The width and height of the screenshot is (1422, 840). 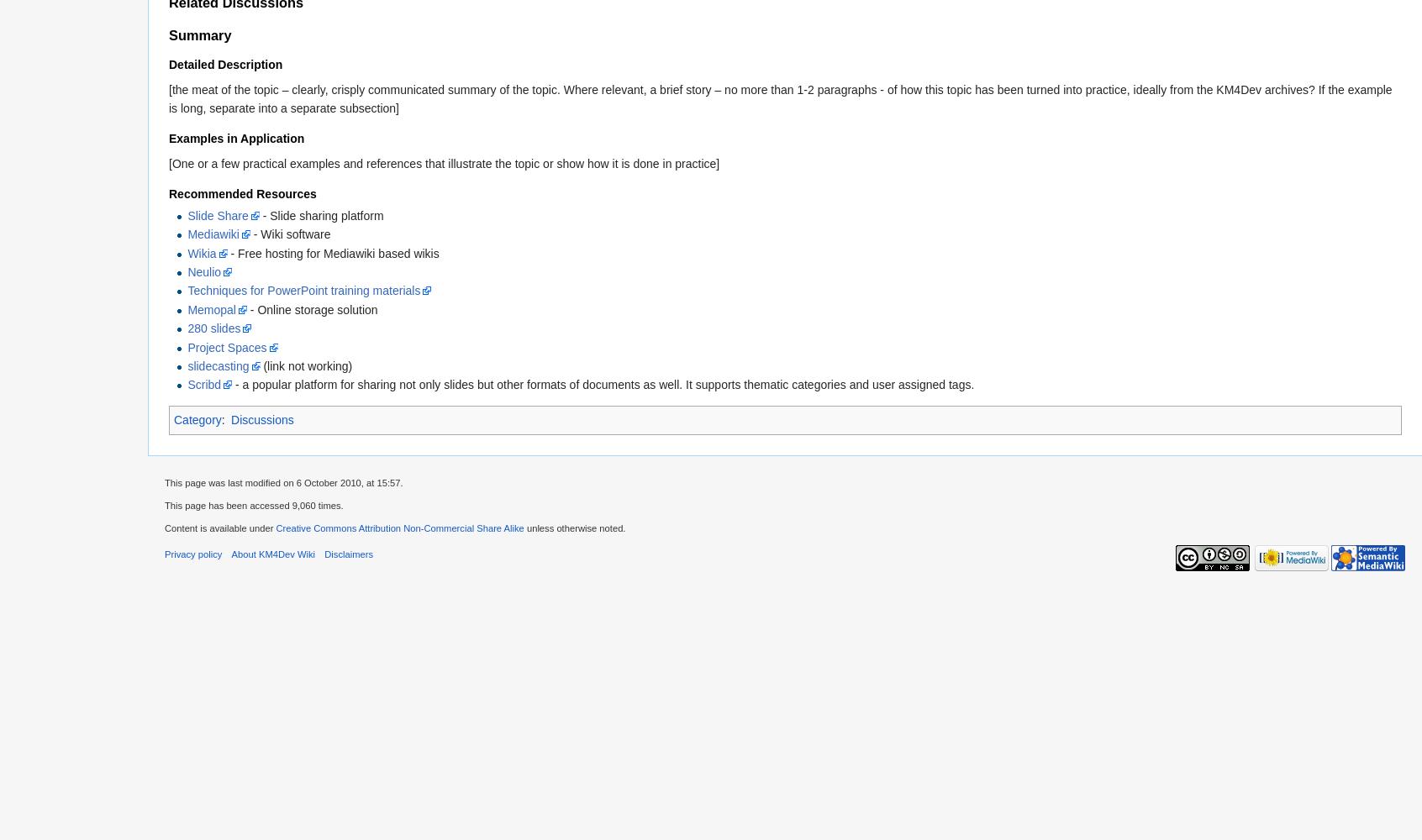 I want to click on 'Detailed Description', so click(x=168, y=64).